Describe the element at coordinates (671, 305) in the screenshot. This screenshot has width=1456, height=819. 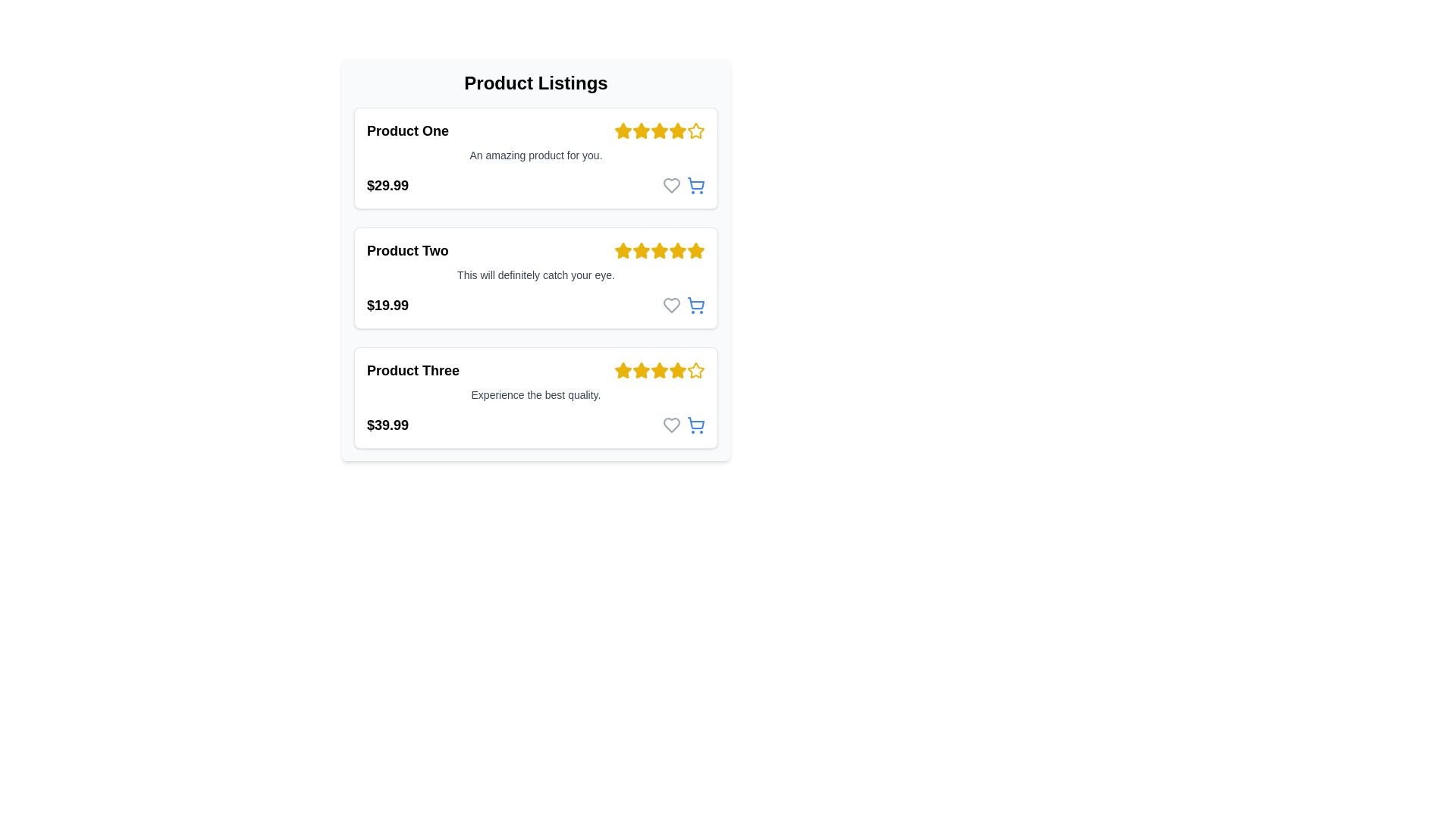
I see `the heart-shaped icon button with a hollow outline, styled in light gray, located in the second product row of the product listings interface` at that location.